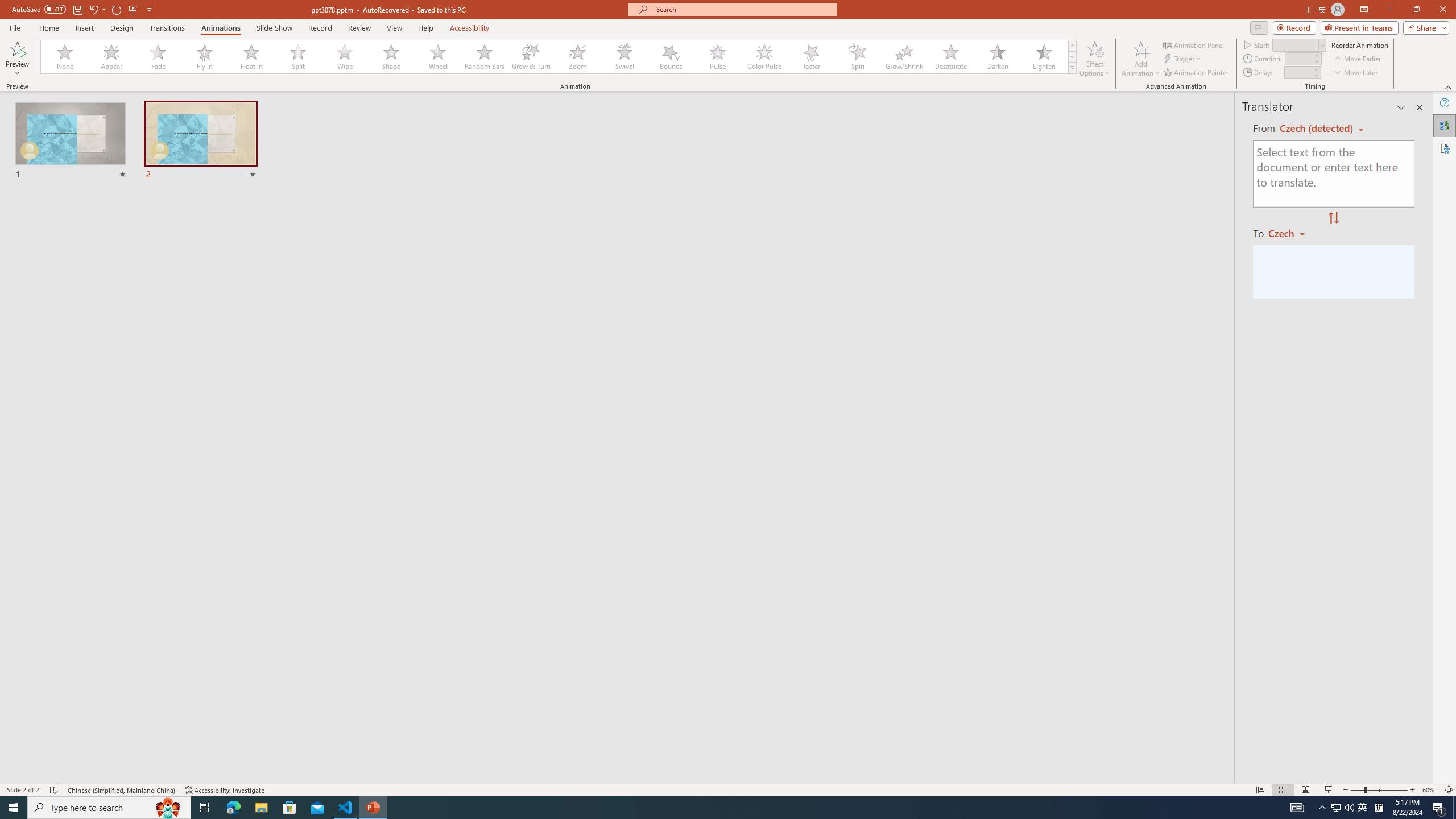 This screenshot has height=819, width=1456. I want to click on 'Fly In', so click(204, 56).